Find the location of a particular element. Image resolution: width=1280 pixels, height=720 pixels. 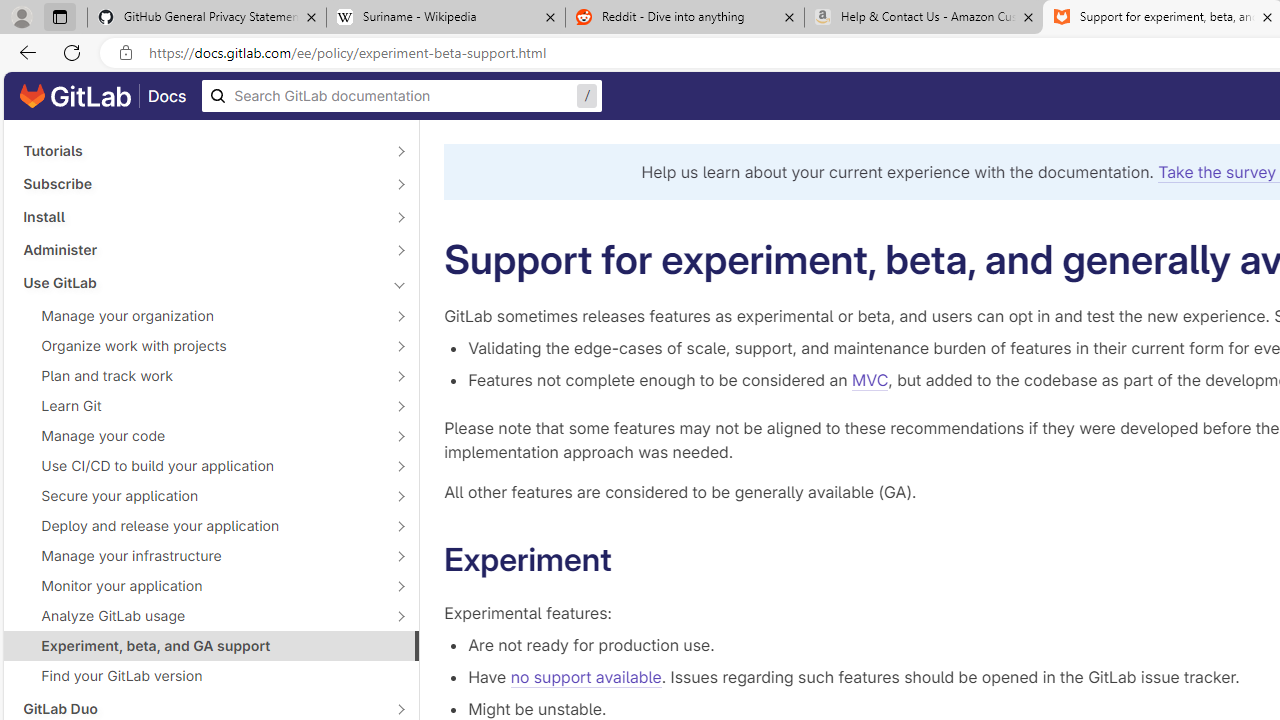

'Use CI/CD to build your application' is located at coordinates (200, 465).